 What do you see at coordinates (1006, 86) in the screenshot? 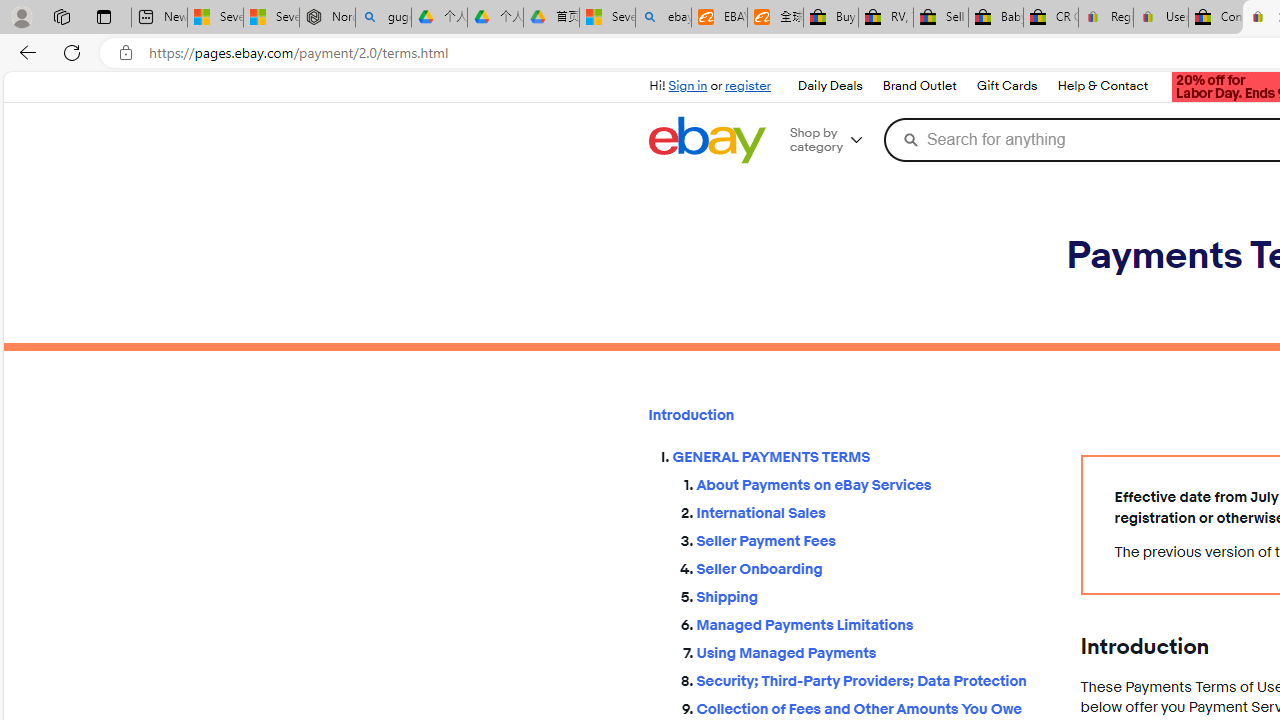
I see `'Gift Cards'` at bounding box center [1006, 86].